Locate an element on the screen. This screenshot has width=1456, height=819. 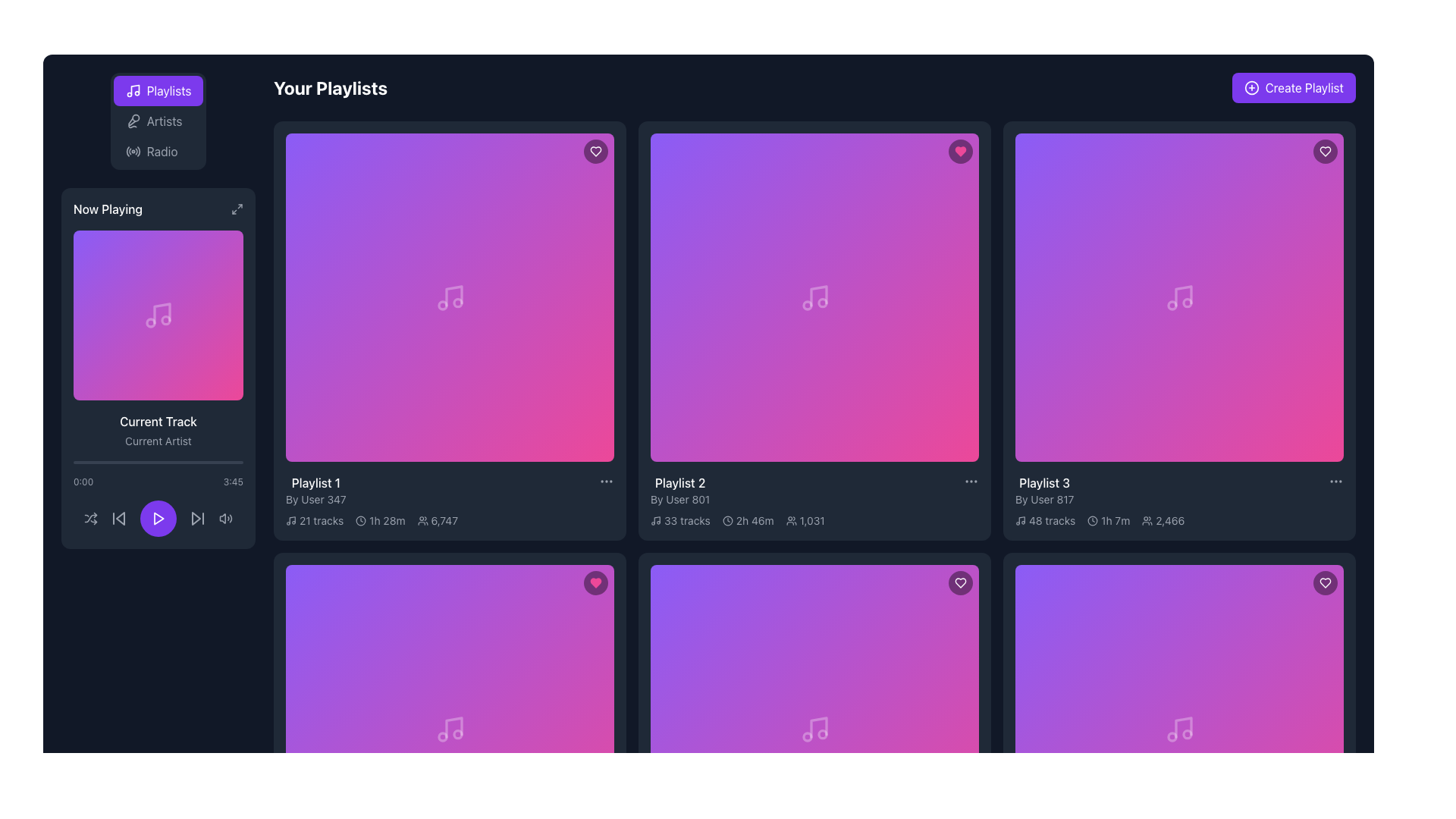
the total duration text element located below the thumbnail image of 'Playlist 1', to the right of the '21 tracks' text is located at coordinates (387, 519).